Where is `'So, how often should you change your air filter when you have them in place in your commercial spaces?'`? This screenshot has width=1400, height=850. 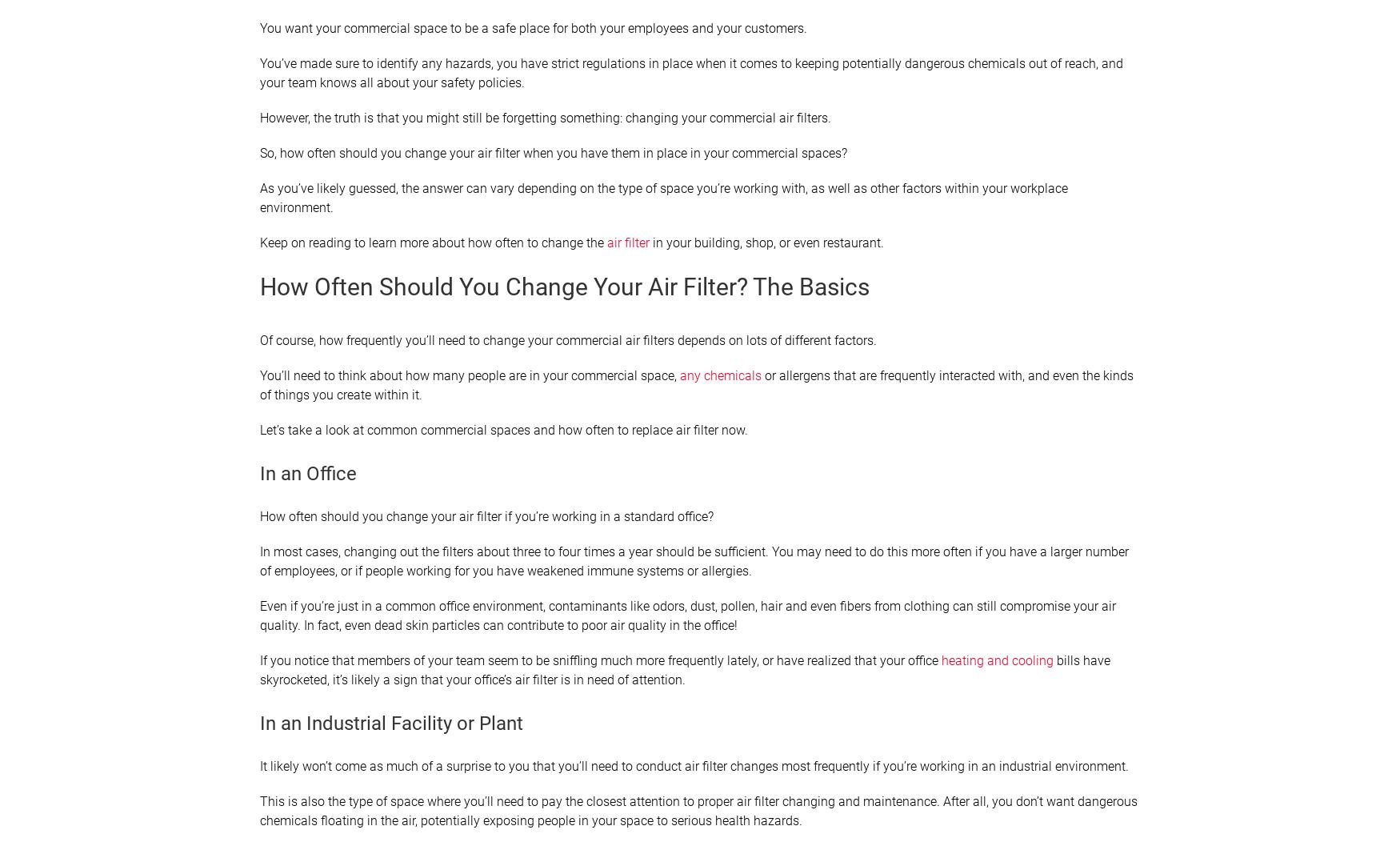 'So, how often should you change your air filter when you have them in place in your commercial spaces?' is located at coordinates (553, 153).